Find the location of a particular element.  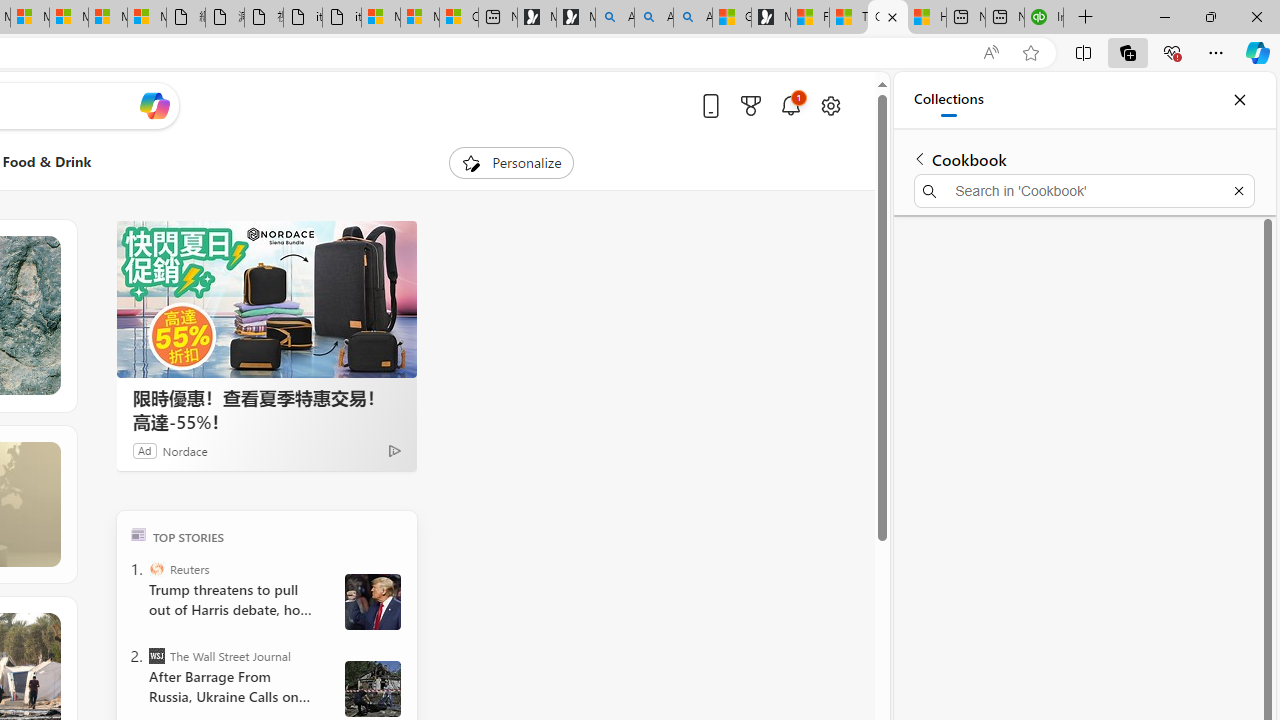

'Personalize' is located at coordinates (512, 162).